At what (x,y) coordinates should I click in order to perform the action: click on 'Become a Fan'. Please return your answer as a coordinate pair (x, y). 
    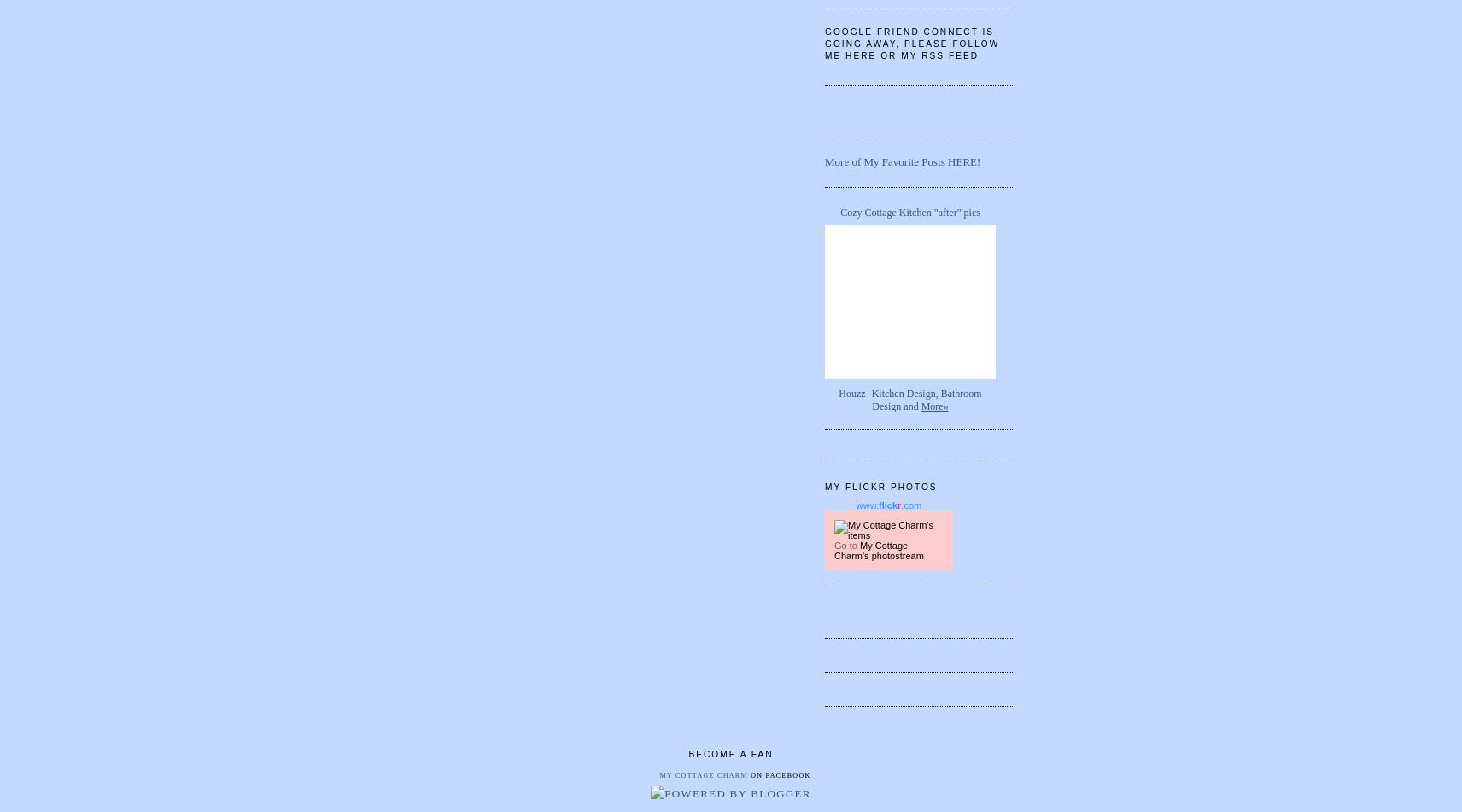
    Looking at the image, I should click on (730, 753).